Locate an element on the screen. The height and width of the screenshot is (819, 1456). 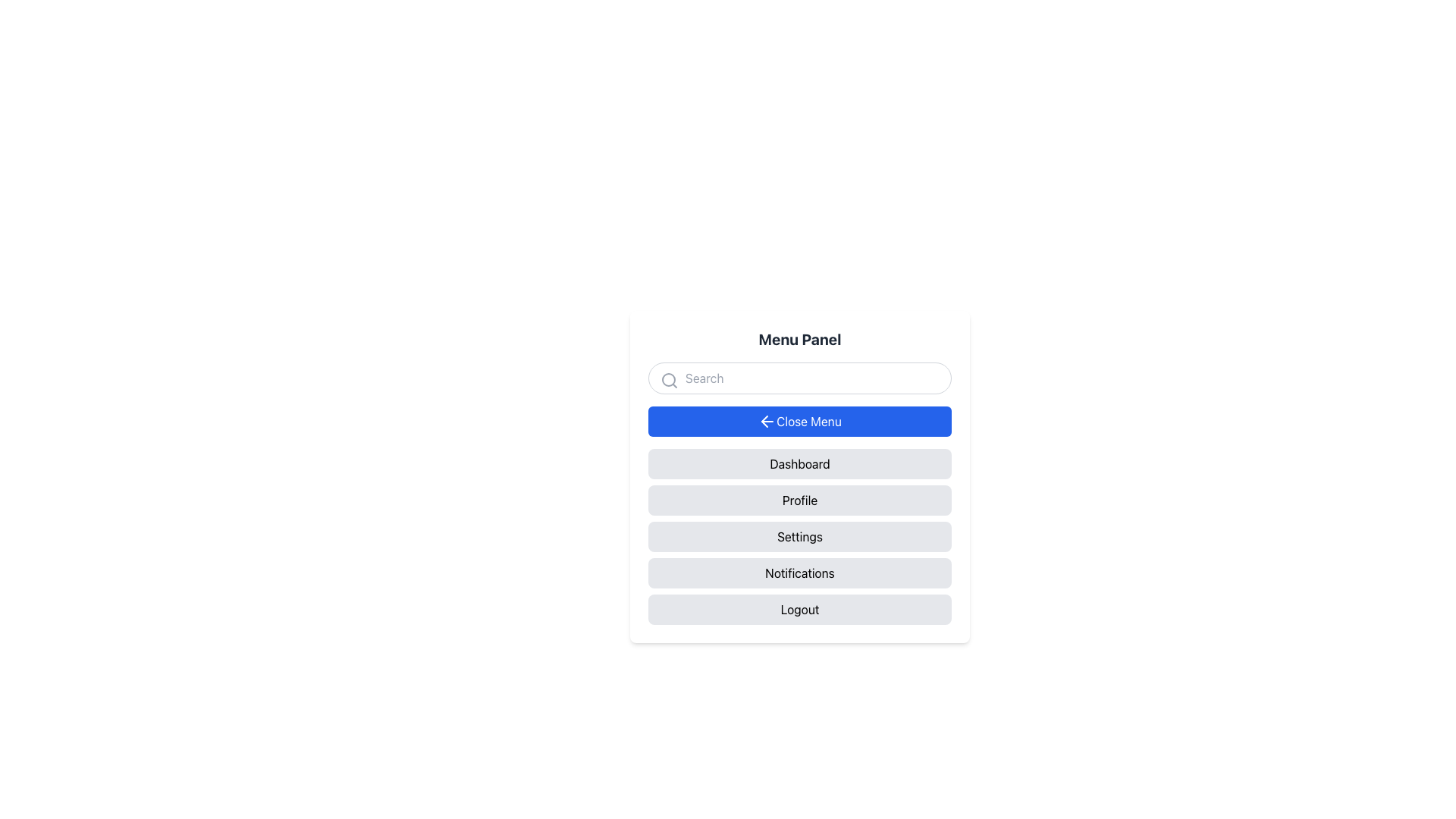
the magnifying glass icon on the left side of the search text box in the menu panel is located at coordinates (669, 379).